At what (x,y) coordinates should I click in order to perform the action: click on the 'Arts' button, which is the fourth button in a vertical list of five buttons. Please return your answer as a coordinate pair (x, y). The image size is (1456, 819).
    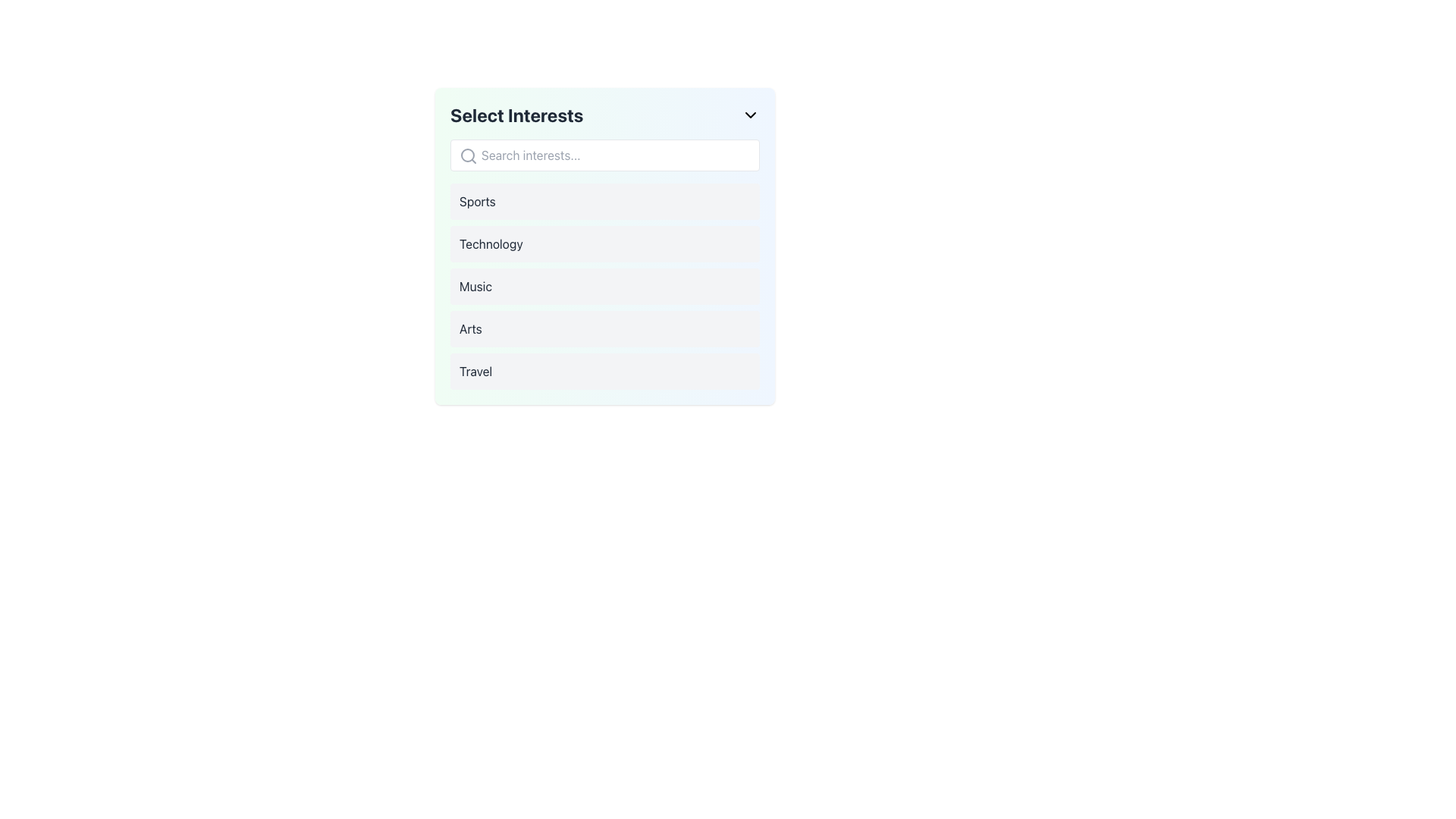
    Looking at the image, I should click on (604, 328).